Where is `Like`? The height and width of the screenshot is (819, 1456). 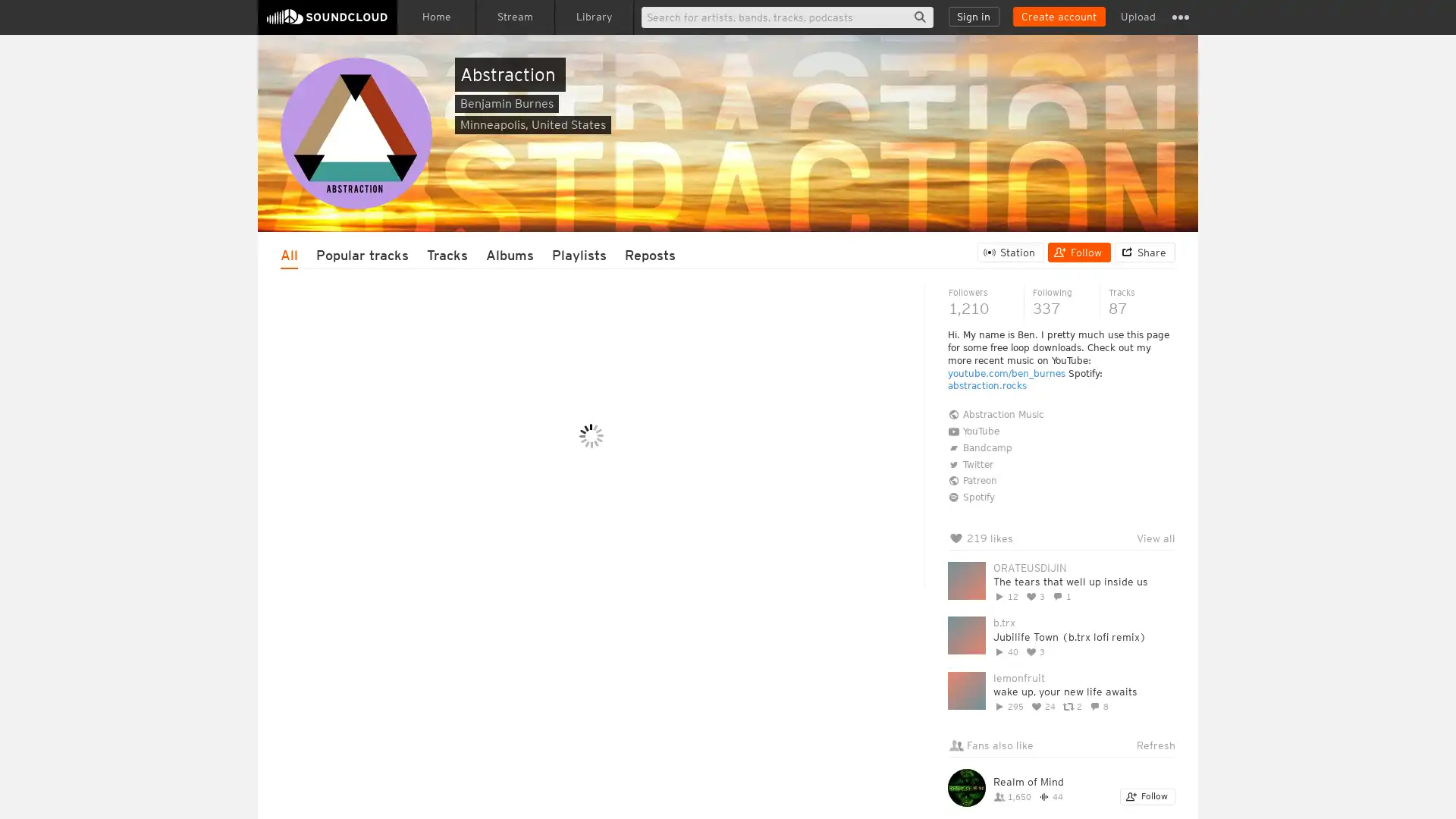
Like is located at coordinates (429, 452).